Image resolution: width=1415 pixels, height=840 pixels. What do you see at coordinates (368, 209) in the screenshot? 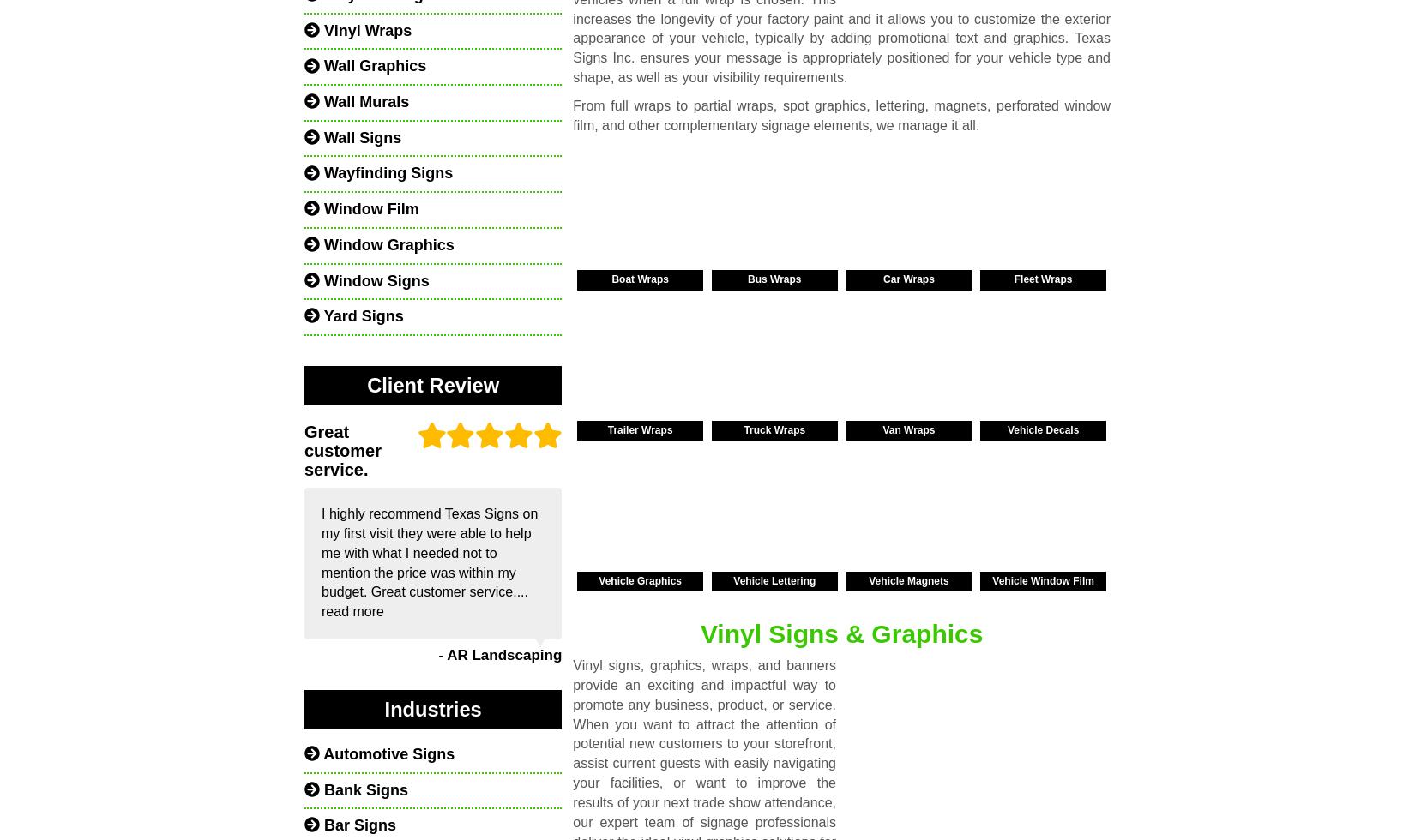
I see `'Window Film'` at bounding box center [368, 209].